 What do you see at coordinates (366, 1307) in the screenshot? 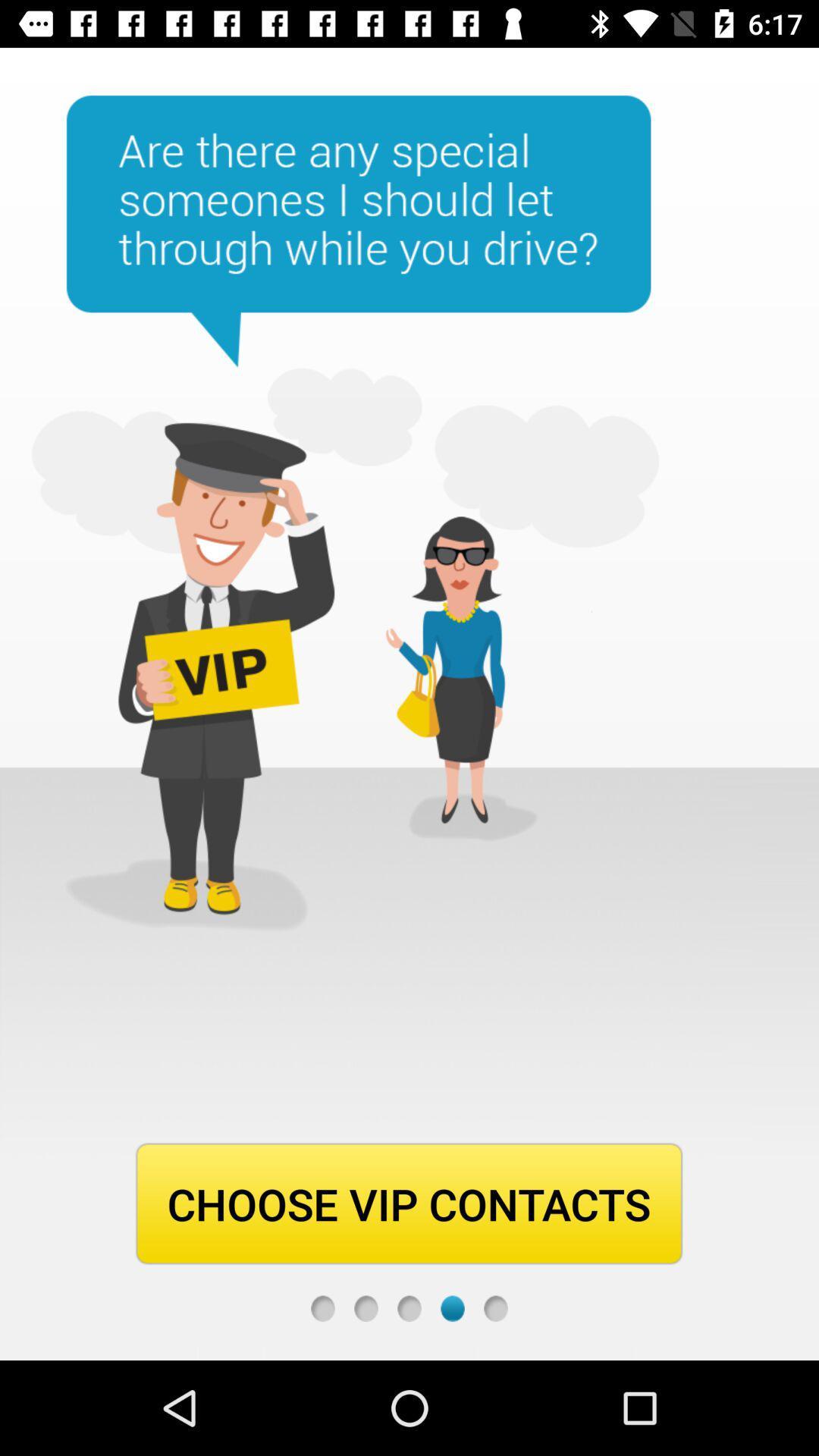
I see `swipe to see next option` at bounding box center [366, 1307].